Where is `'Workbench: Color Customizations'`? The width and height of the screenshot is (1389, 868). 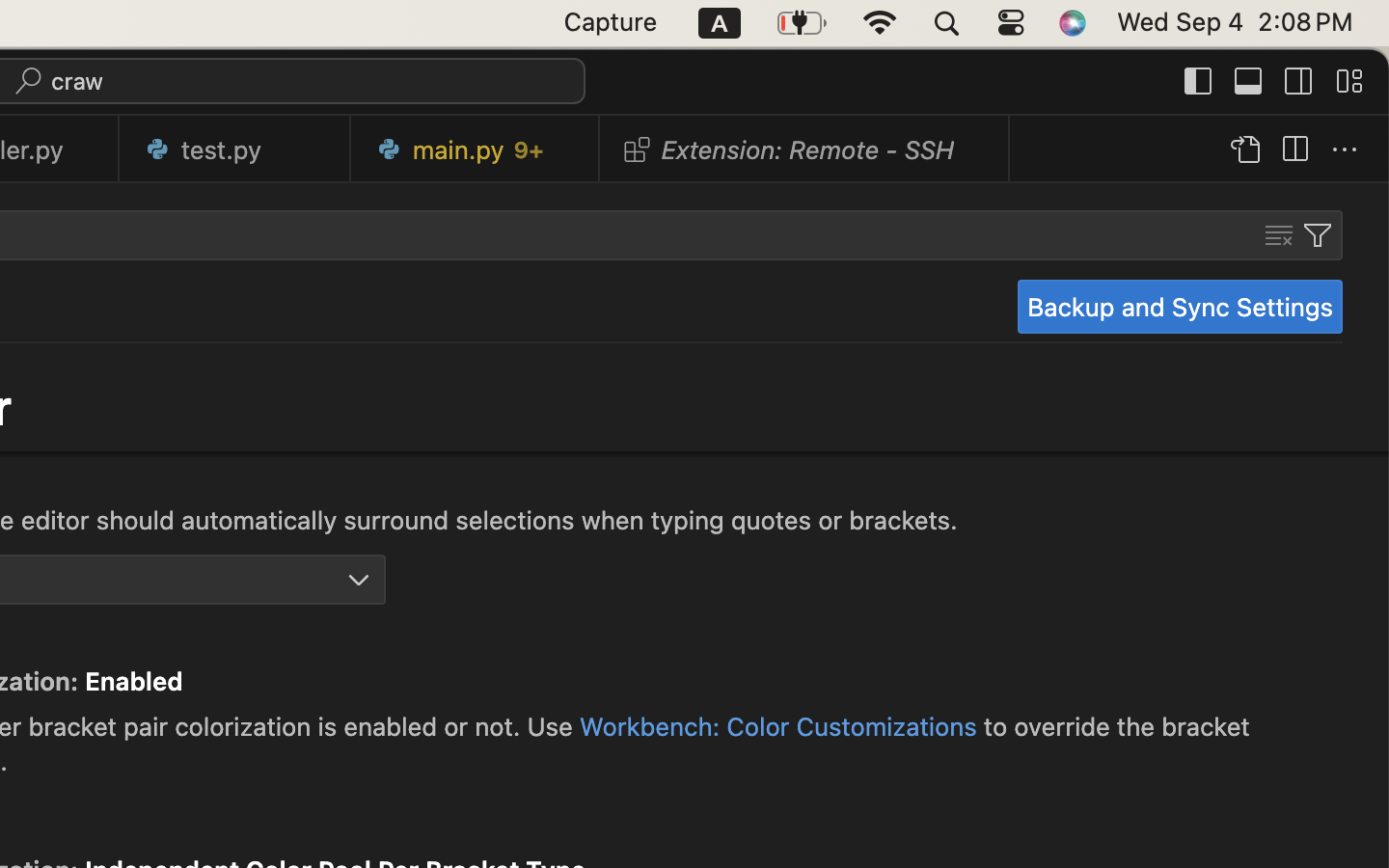
'Workbench: Color Customizations' is located at coordinates (777, 725).